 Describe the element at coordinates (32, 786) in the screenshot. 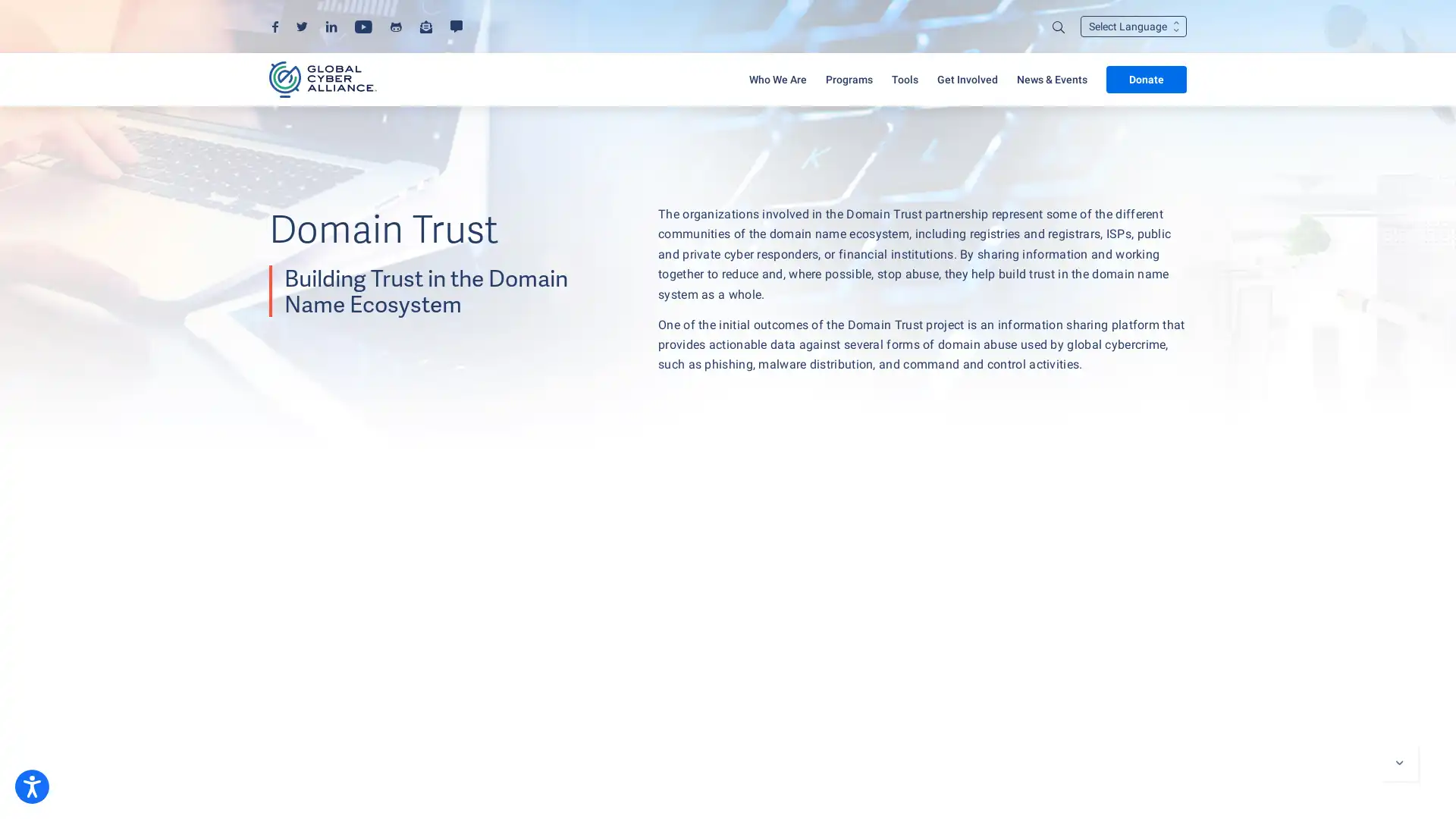

I see `Open accessibility options, statement and help` at that location.